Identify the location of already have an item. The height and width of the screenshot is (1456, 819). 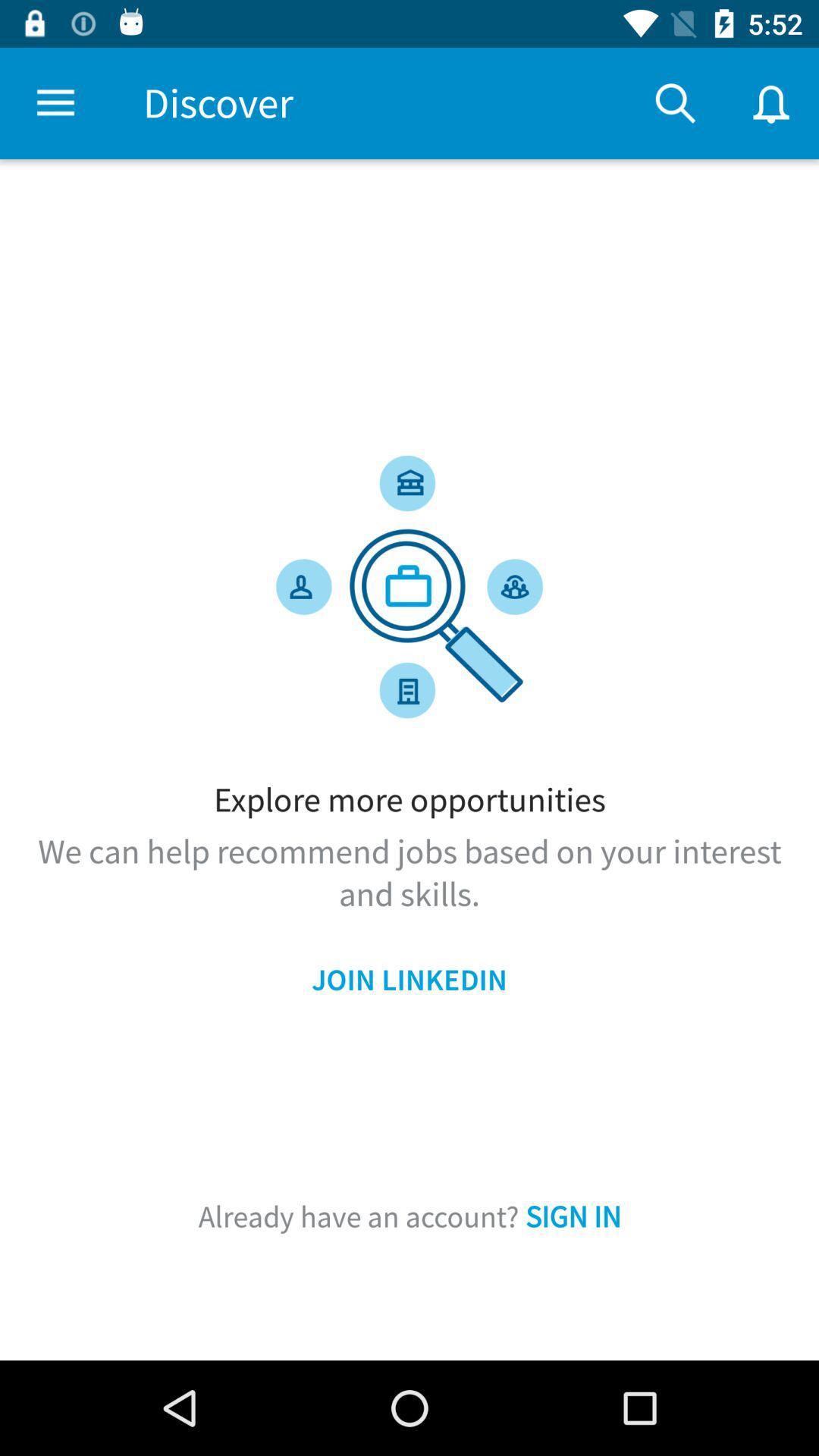
(409, 1216).